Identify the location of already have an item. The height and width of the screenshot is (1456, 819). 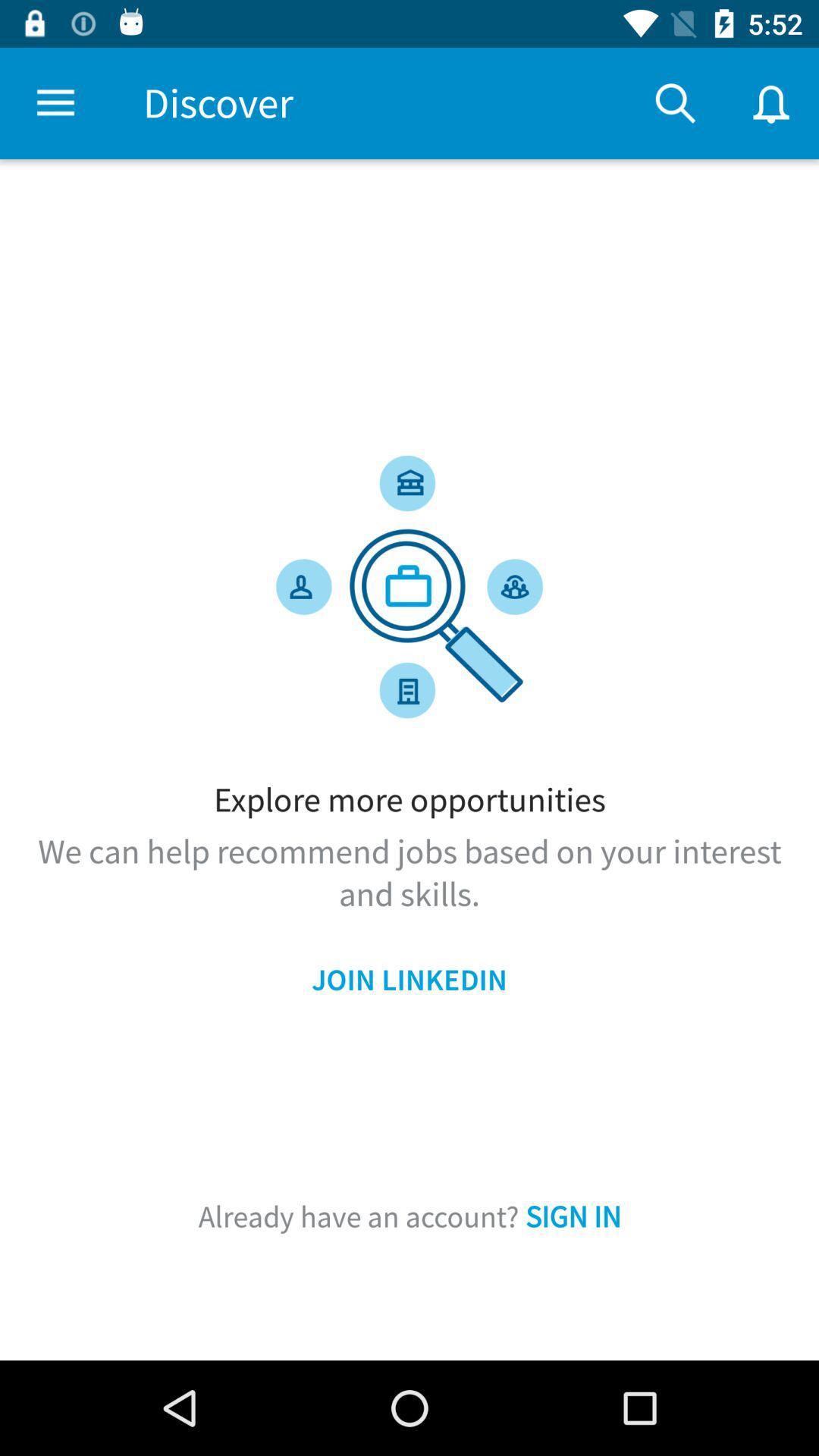
(409, 1216).